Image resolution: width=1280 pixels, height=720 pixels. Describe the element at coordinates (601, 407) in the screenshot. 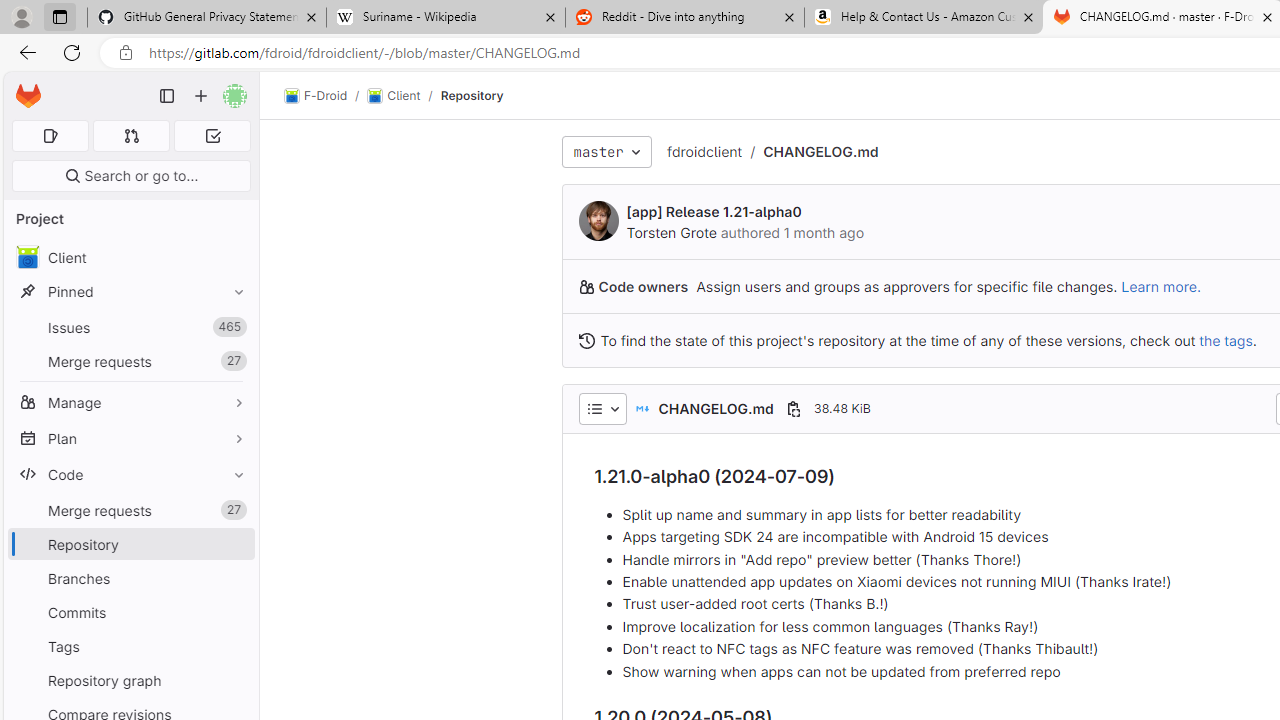

I see `'AutomationID: dropdown-toggle-btn-50'` at that location.